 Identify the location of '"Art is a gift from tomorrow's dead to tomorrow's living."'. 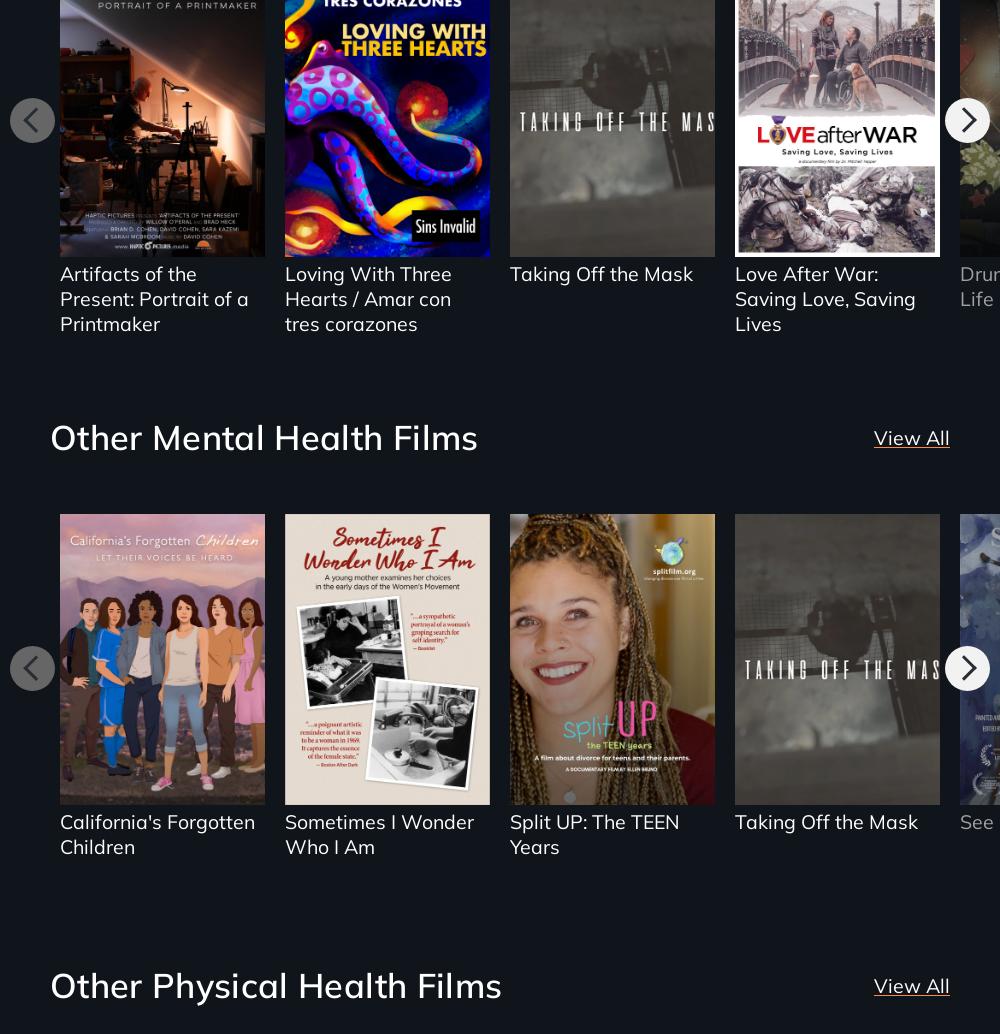
(83, 151).